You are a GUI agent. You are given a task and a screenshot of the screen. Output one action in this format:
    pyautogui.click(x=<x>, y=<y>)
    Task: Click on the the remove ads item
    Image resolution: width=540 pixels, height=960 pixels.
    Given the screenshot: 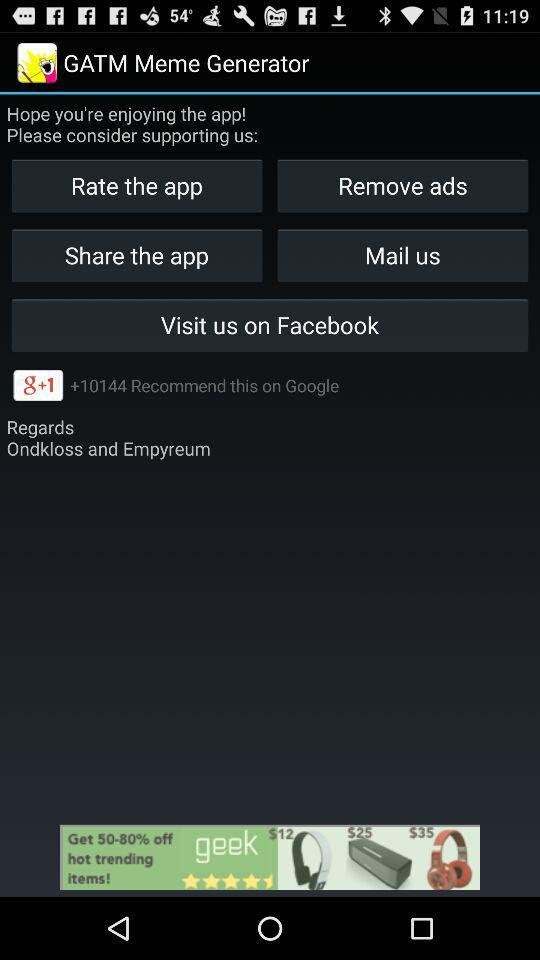 What is the action you would take?
    pyautogui.click(x=402, y=185)
    